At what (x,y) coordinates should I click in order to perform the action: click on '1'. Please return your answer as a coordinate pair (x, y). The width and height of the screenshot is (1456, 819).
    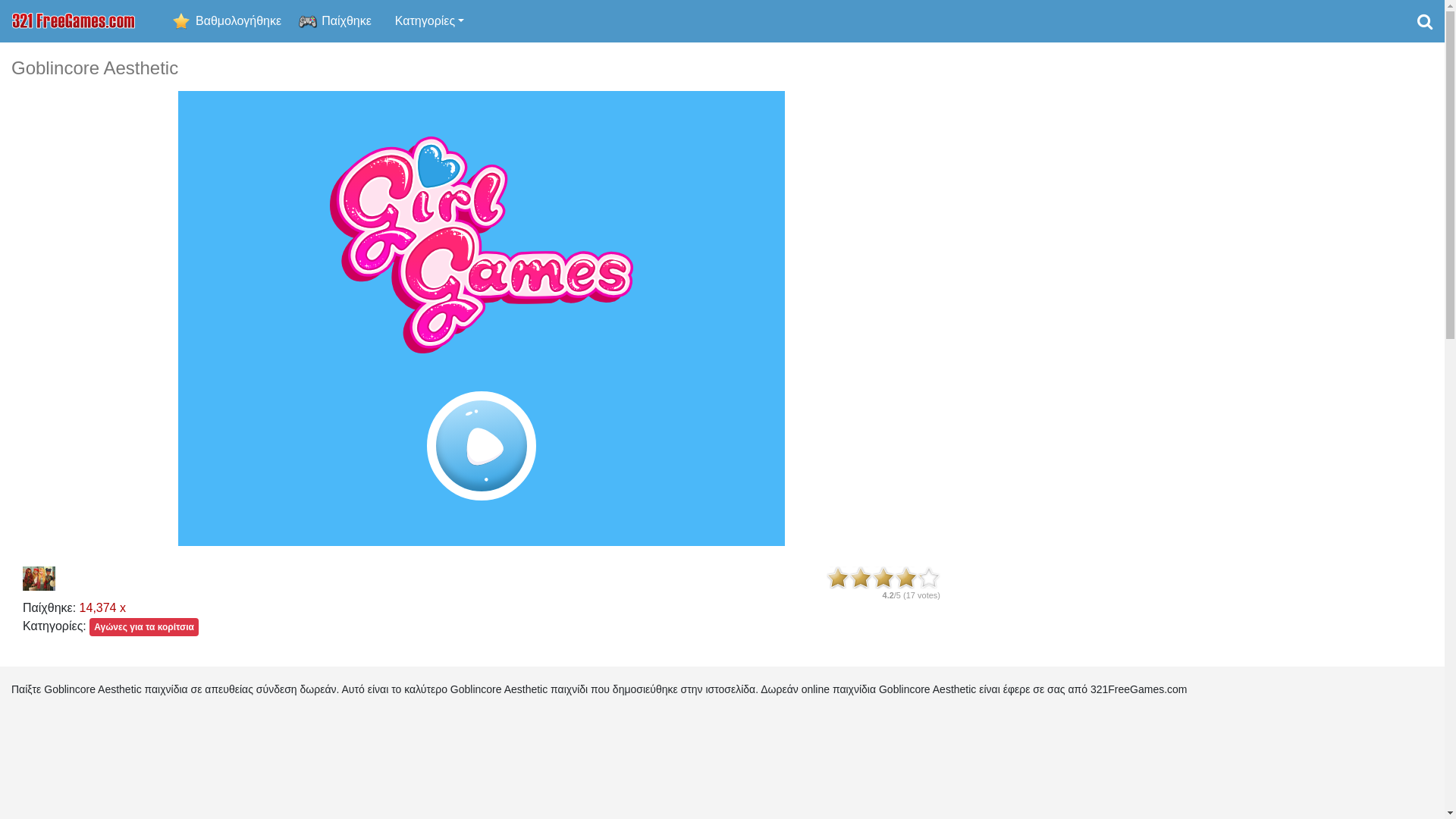
    Looking at the image, I should click on (836, 578).